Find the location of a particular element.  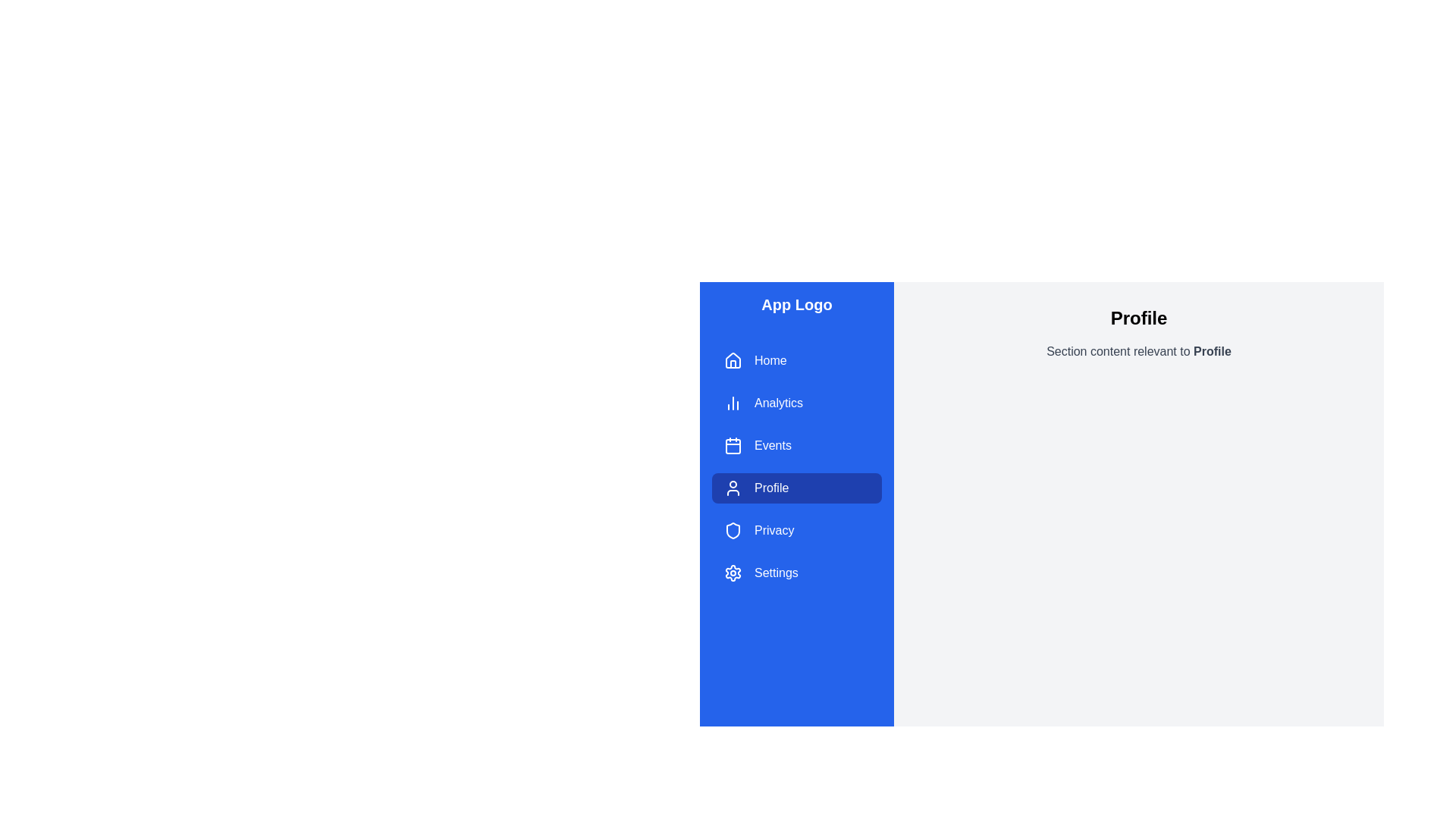

text content displayed in the text field that shows 'Section content relevant to Profile', which is styled in gray with 'Profile' in bold is located at coordinates (1139, 351).